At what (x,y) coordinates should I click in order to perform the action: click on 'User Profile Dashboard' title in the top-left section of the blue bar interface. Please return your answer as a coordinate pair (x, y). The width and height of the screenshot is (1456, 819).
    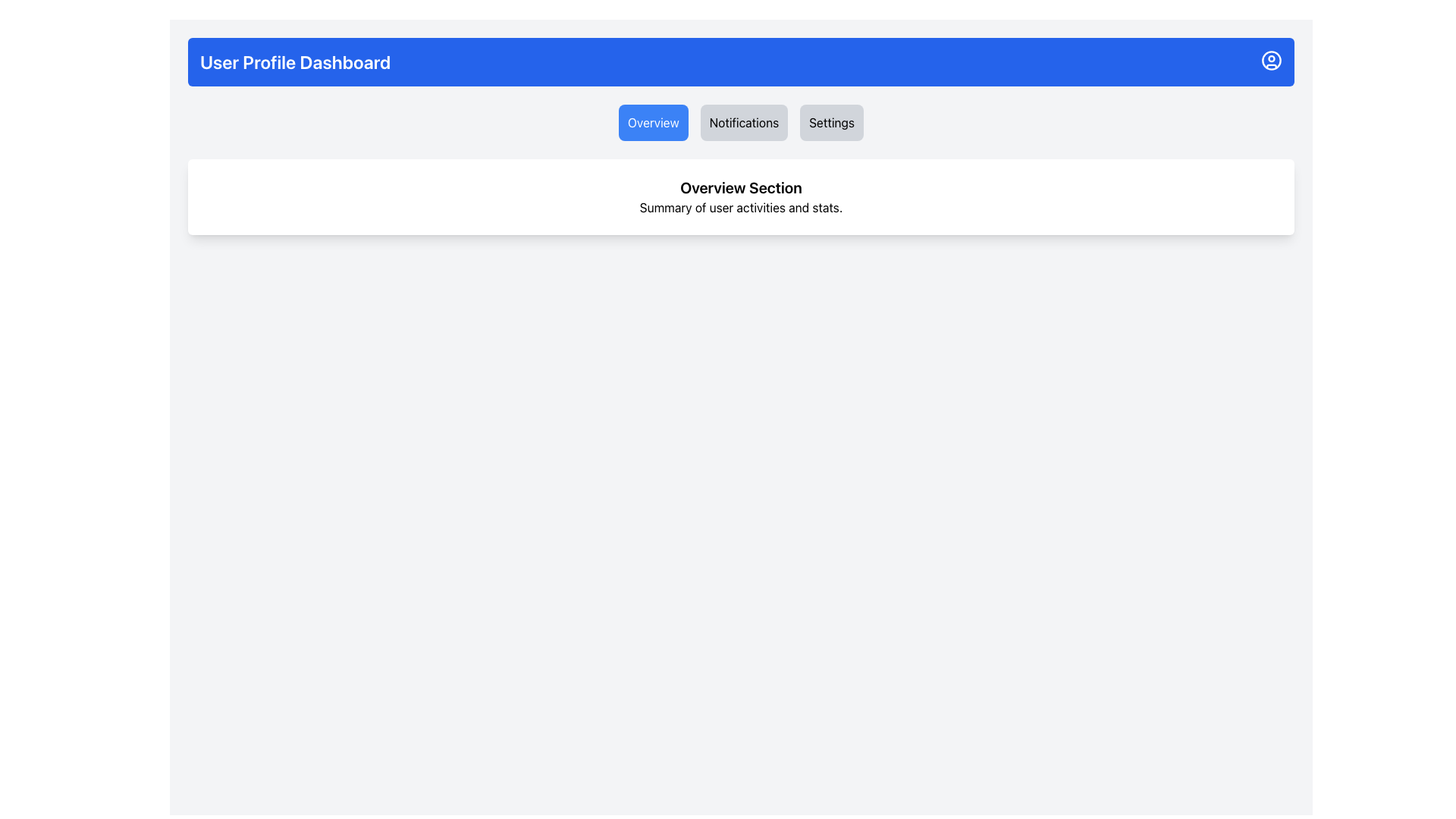
    Looking at the image, I should click on (295, 61).